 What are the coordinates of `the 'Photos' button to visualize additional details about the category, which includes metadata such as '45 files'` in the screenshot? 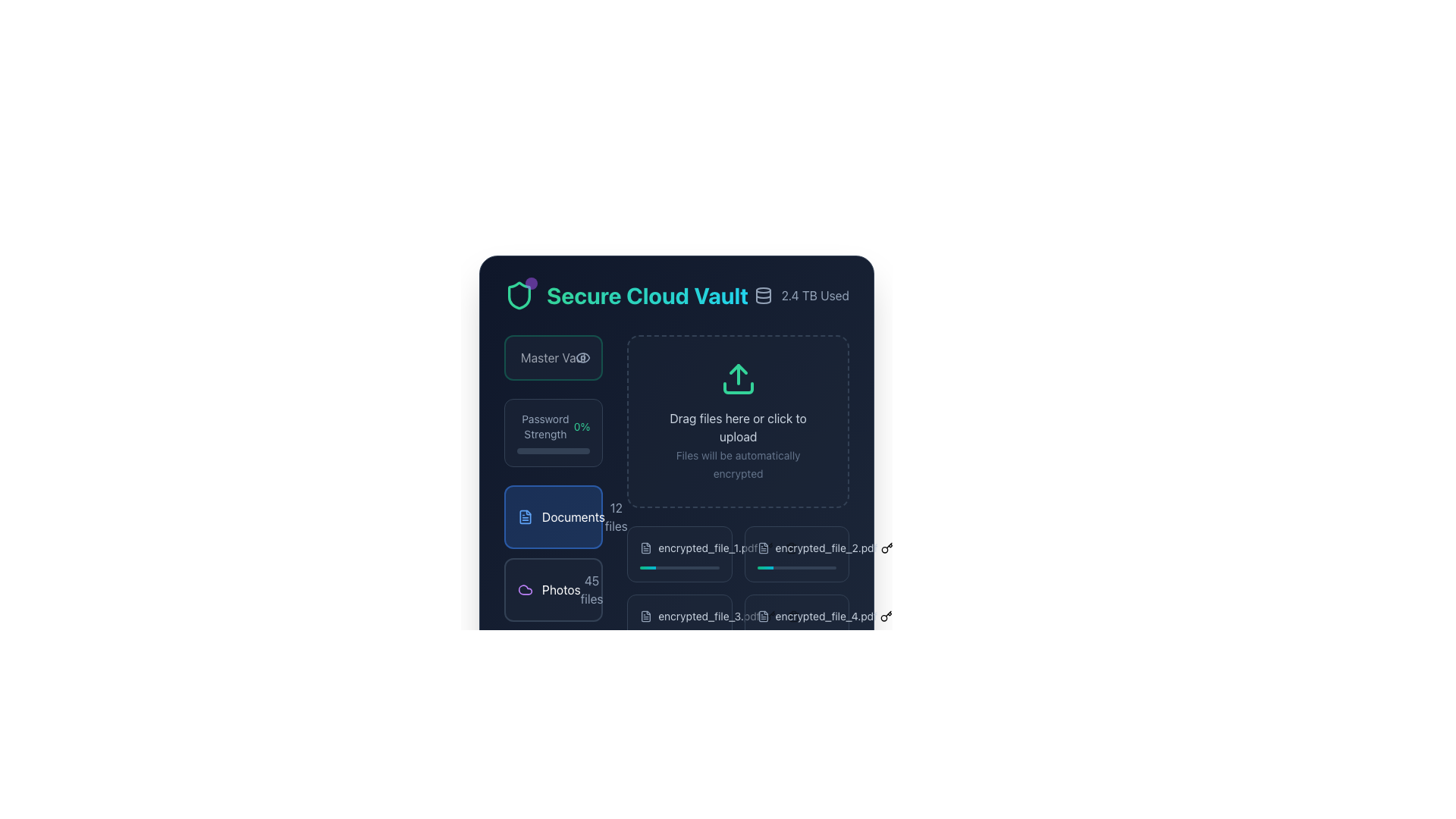 It's located at (553, 589).